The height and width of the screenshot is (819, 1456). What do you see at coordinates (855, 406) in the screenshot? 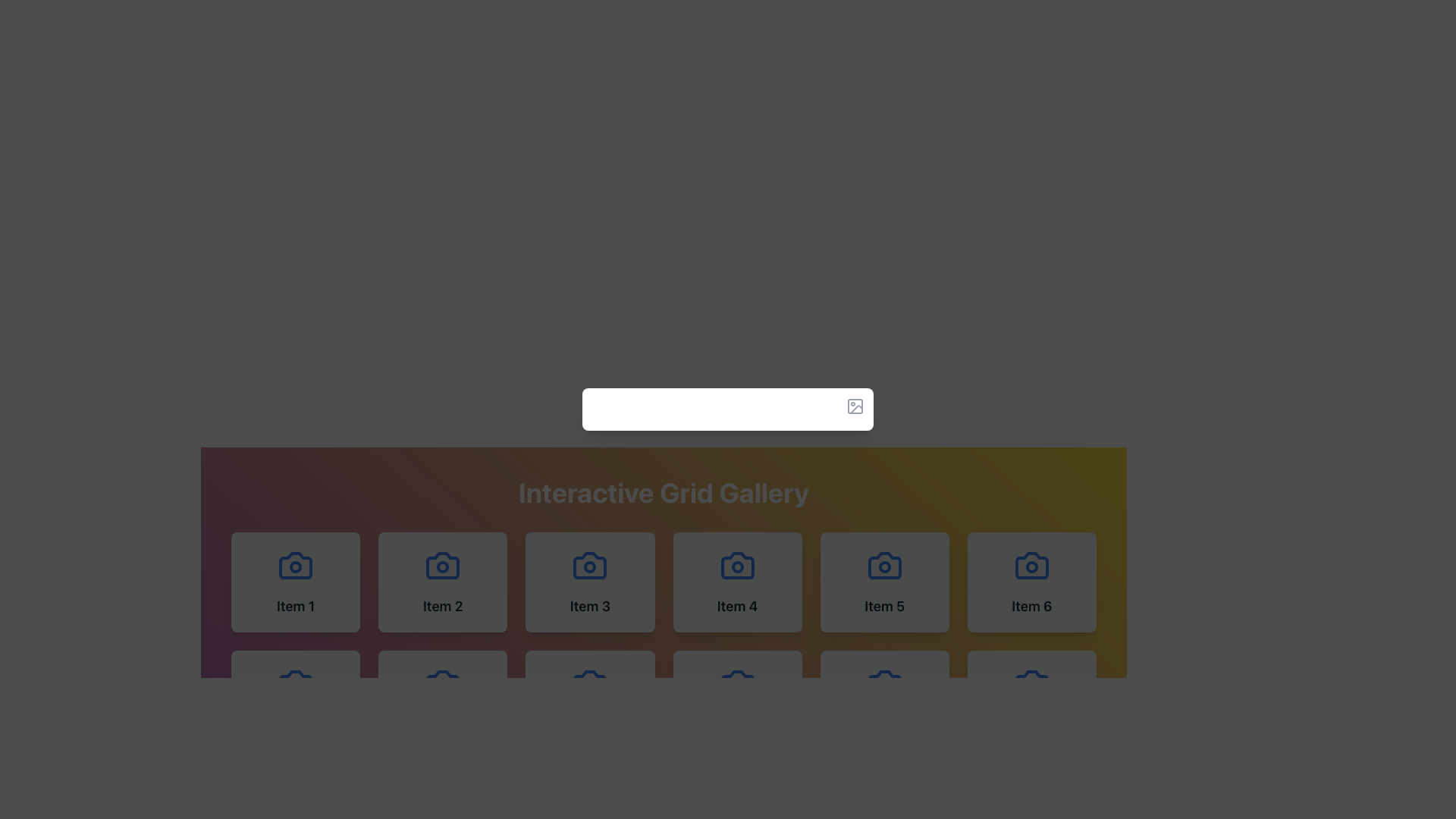
I see `the rectangular graphical shape with rounded corners that serves as the background of a photo representation icon located at the right edge of the white search bar interface` at bounding box center [855, 406].